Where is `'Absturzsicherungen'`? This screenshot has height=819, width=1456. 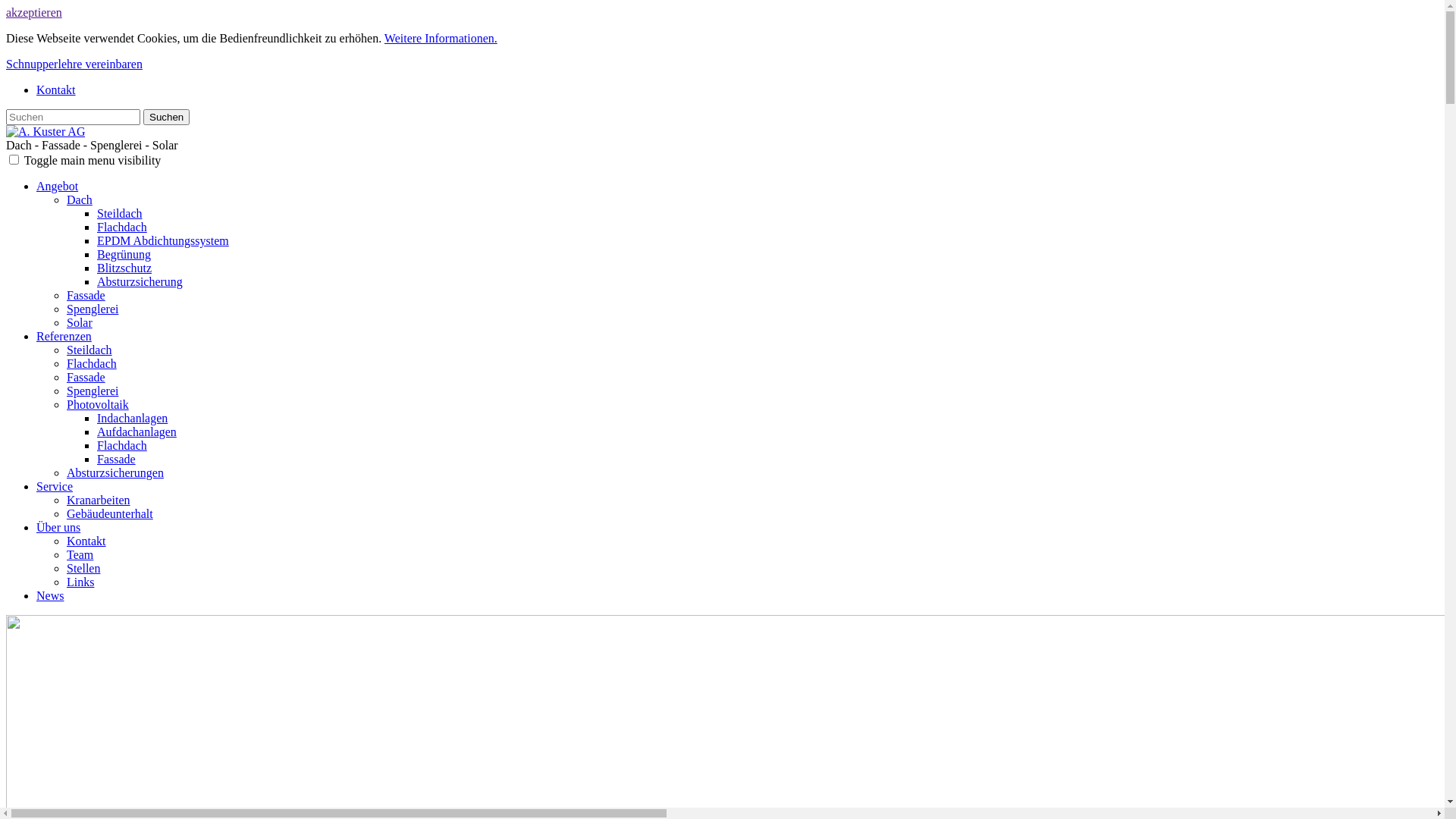
'Absturzsicherungen' is located at coordinates (115, 472).